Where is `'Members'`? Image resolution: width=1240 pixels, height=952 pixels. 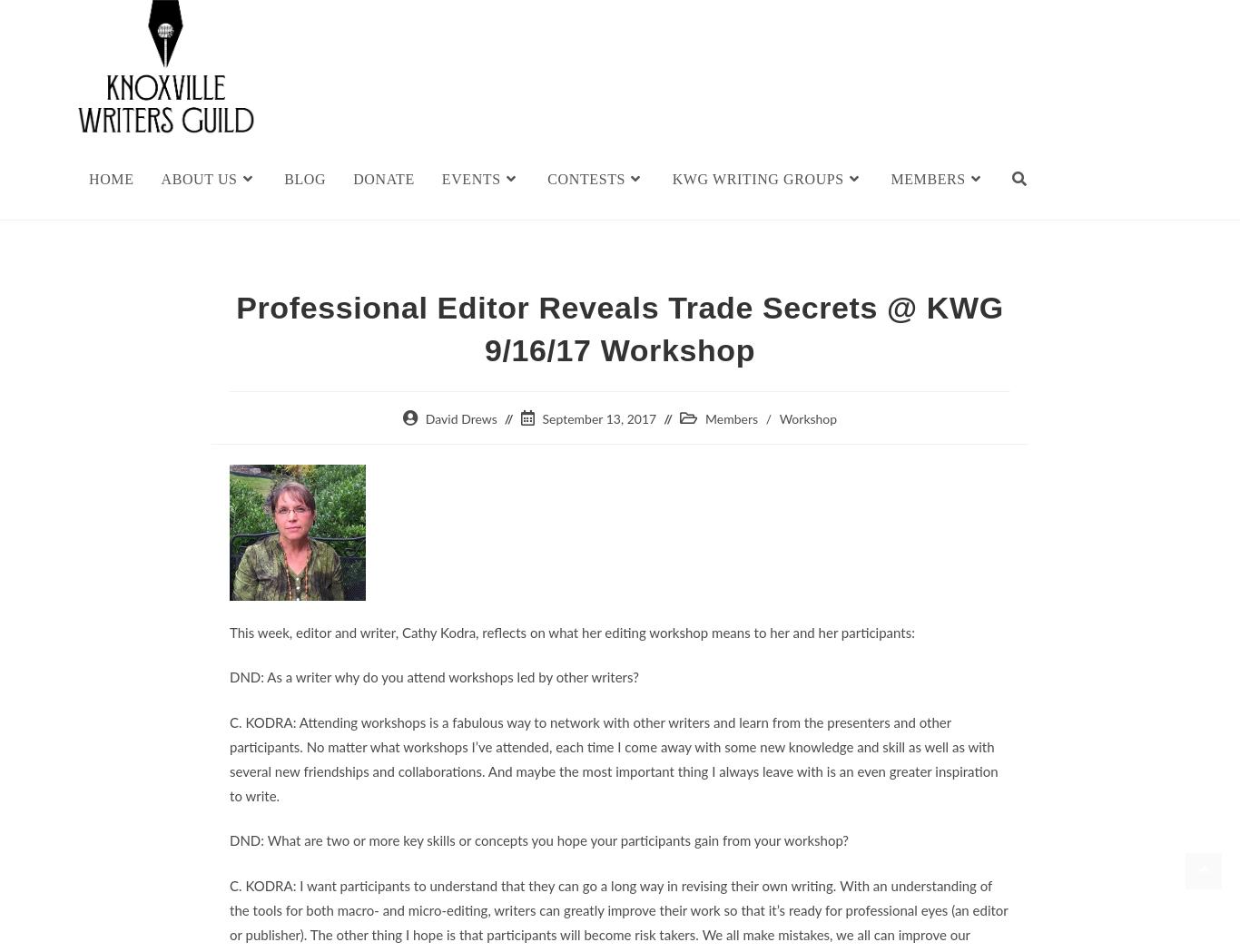 'Members' is located at coordinates (730, 418).